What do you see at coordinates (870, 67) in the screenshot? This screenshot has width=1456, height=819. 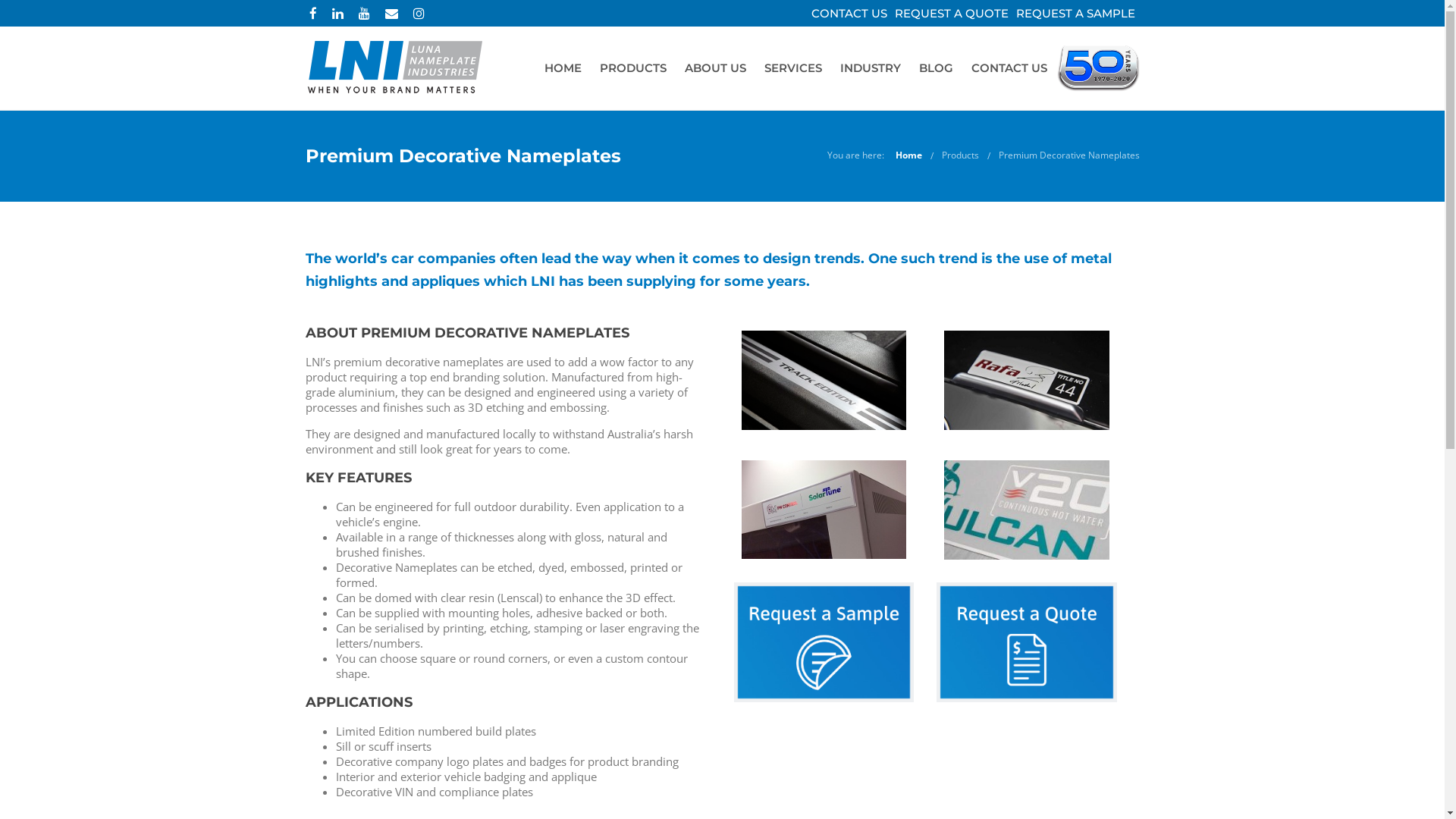 I see `'INDUSTRY'` at bounding box center [870, 67].